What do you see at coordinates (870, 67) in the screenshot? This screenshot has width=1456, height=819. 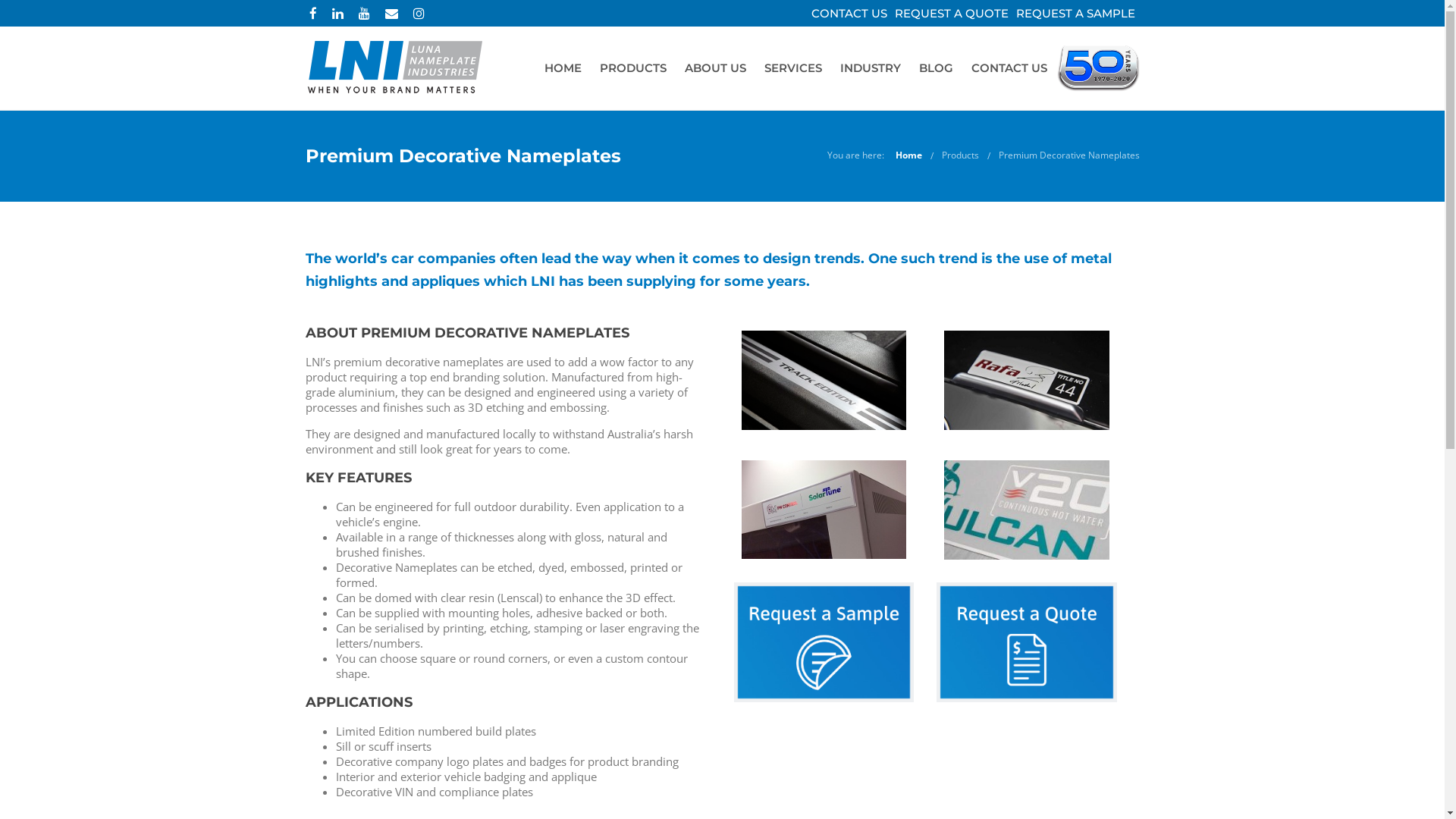 I see `'INDUSTRY'` at bounding box center [870, 67].